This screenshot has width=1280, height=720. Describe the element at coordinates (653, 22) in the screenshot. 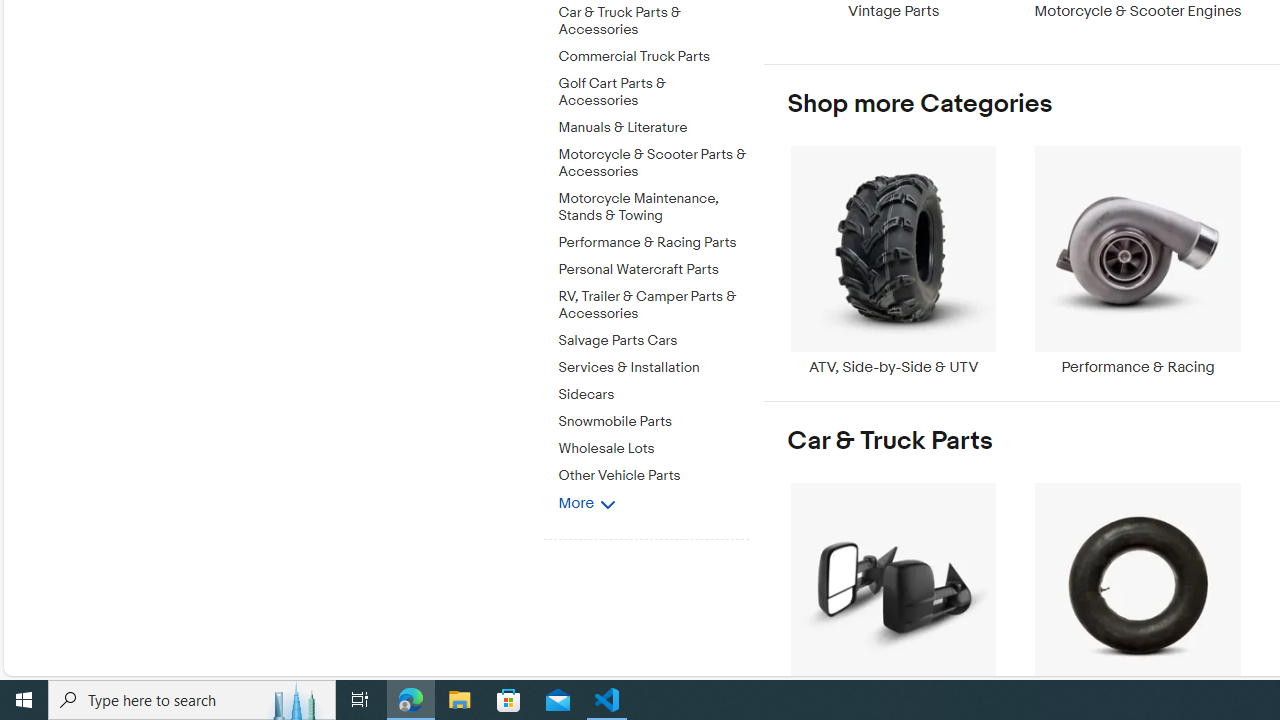

I see `'Car & Truck Parts & Accessories'` at that location.